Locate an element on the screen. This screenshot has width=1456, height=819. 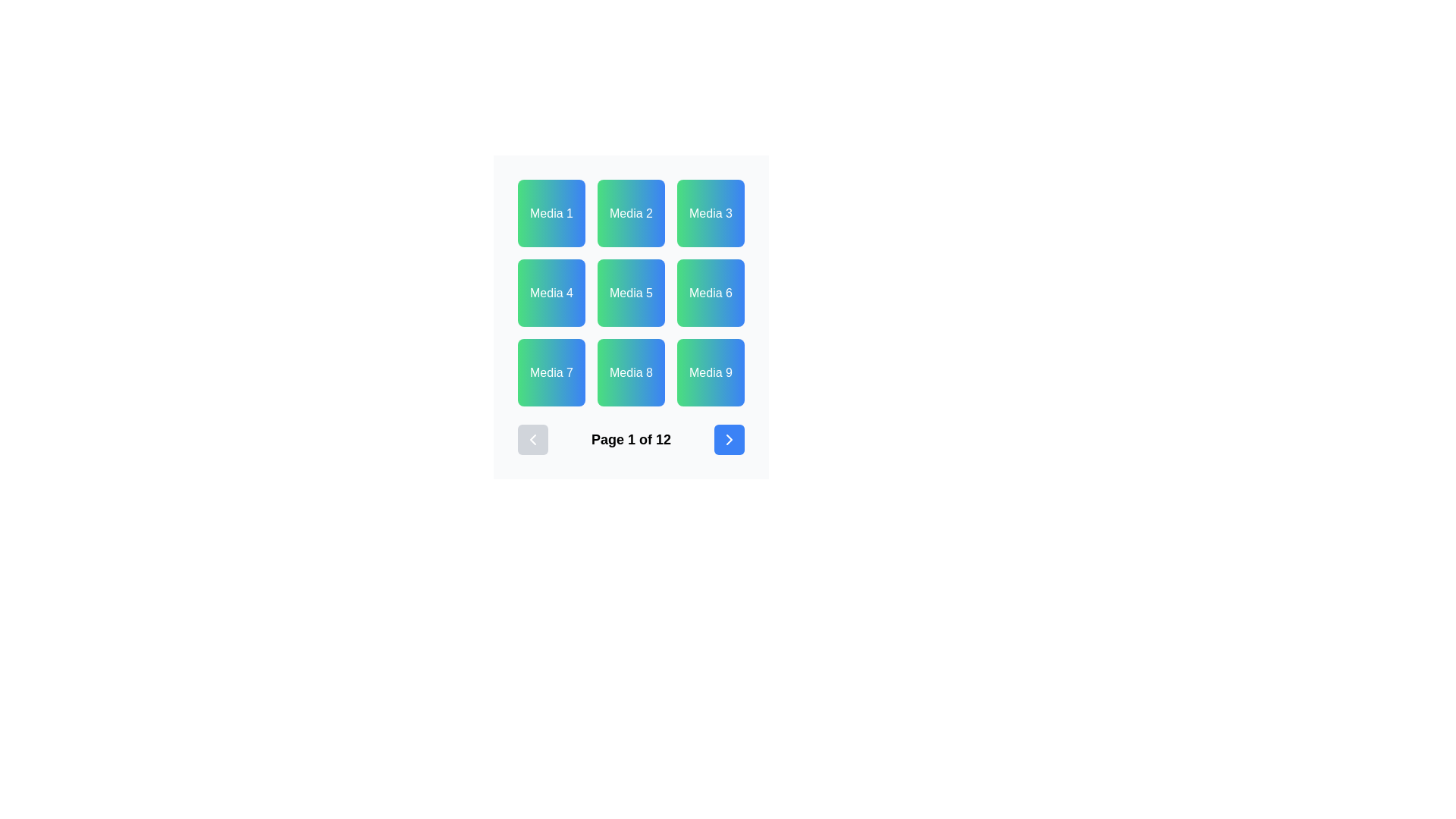
the fifth tile in a 3x3 grid layout, which is the middle tile on the second row, surrounded by 'Media 4' on the left and 'Media 6' on the right is located at coordinates (631, 293).